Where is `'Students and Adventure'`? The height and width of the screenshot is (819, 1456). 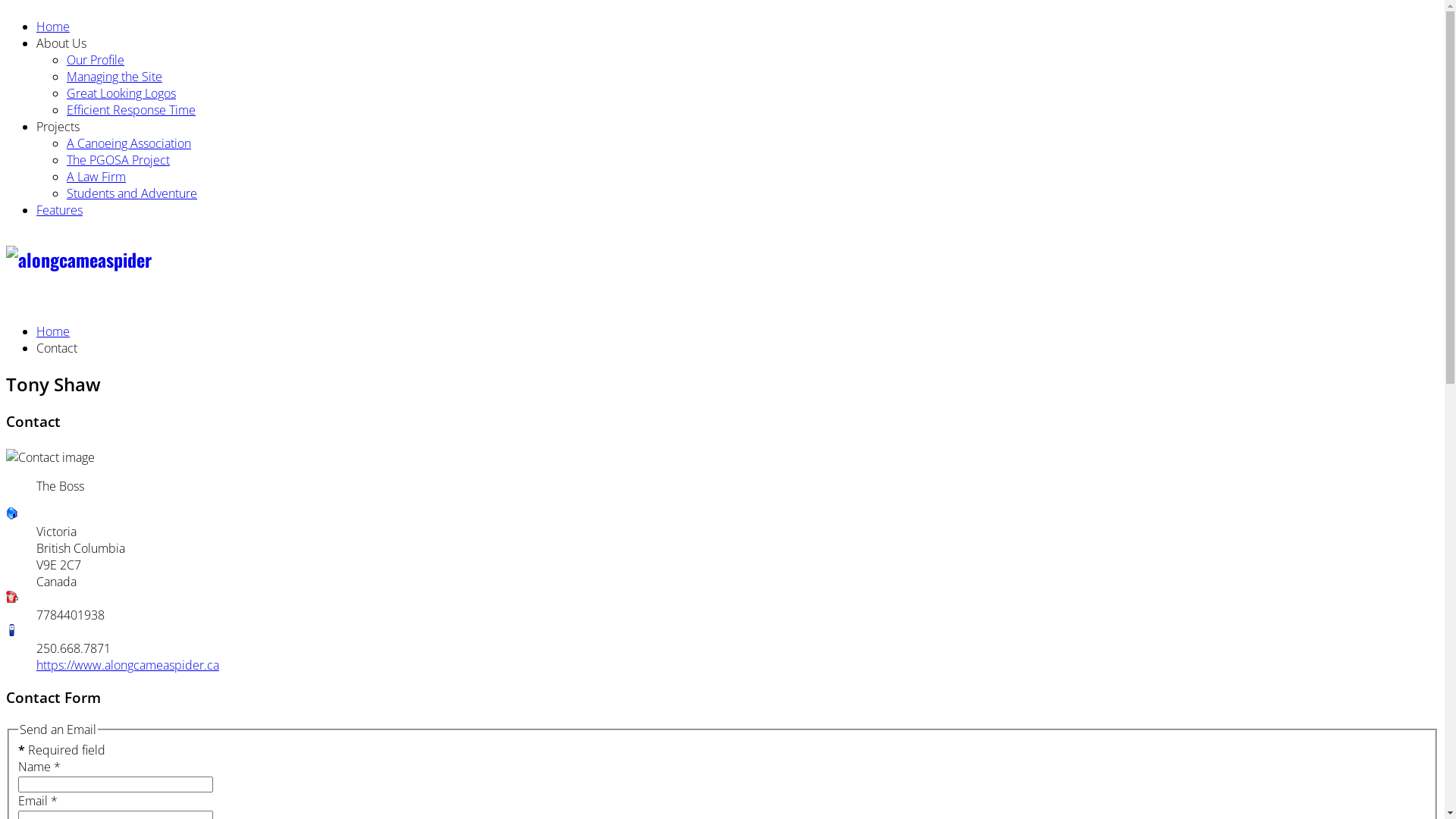 'Students and Adventure' is located at coordinates (131, 192).